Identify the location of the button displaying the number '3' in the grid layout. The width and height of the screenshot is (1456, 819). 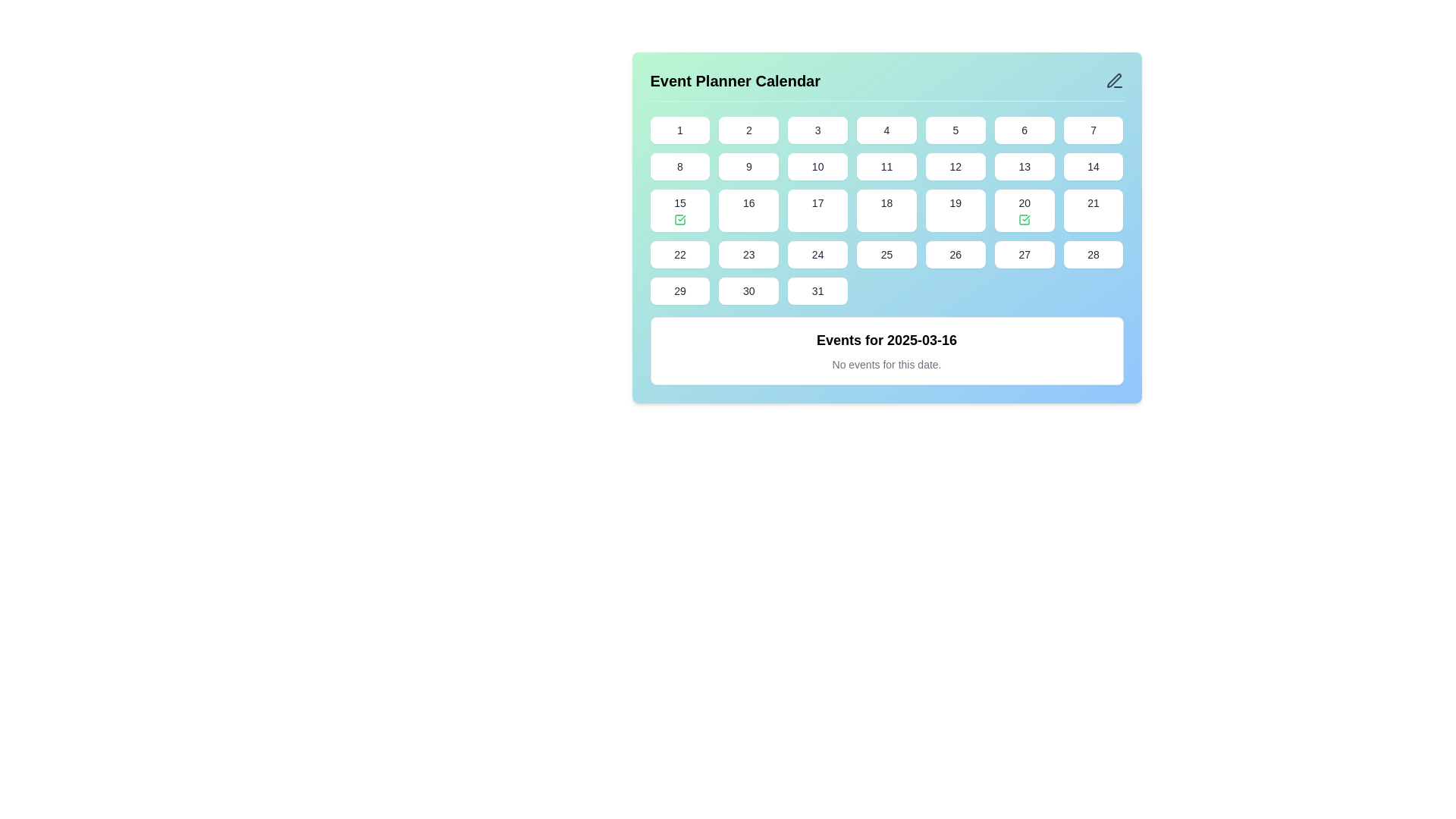
(817, 130).